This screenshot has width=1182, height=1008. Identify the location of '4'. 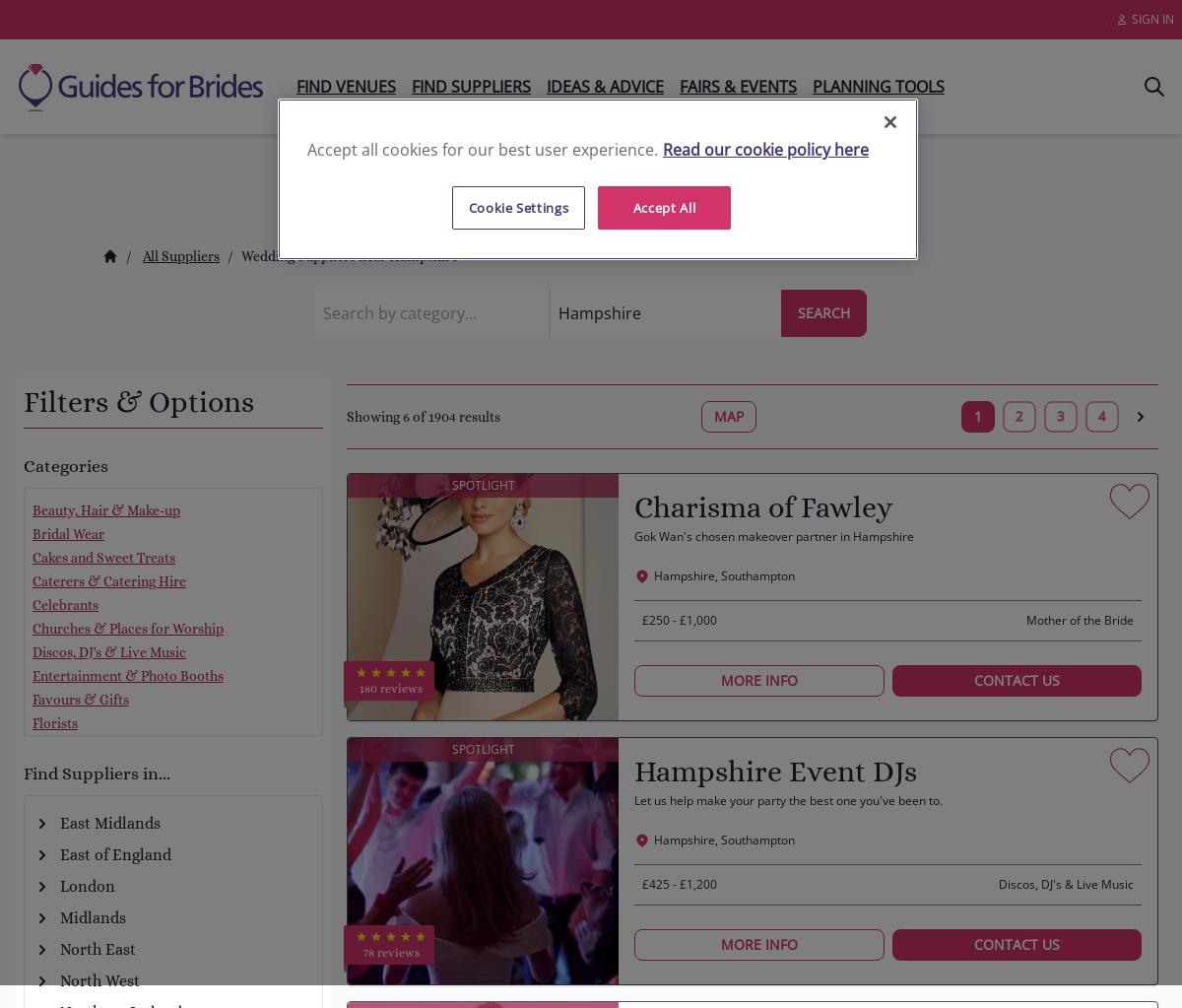
(1101, 416).